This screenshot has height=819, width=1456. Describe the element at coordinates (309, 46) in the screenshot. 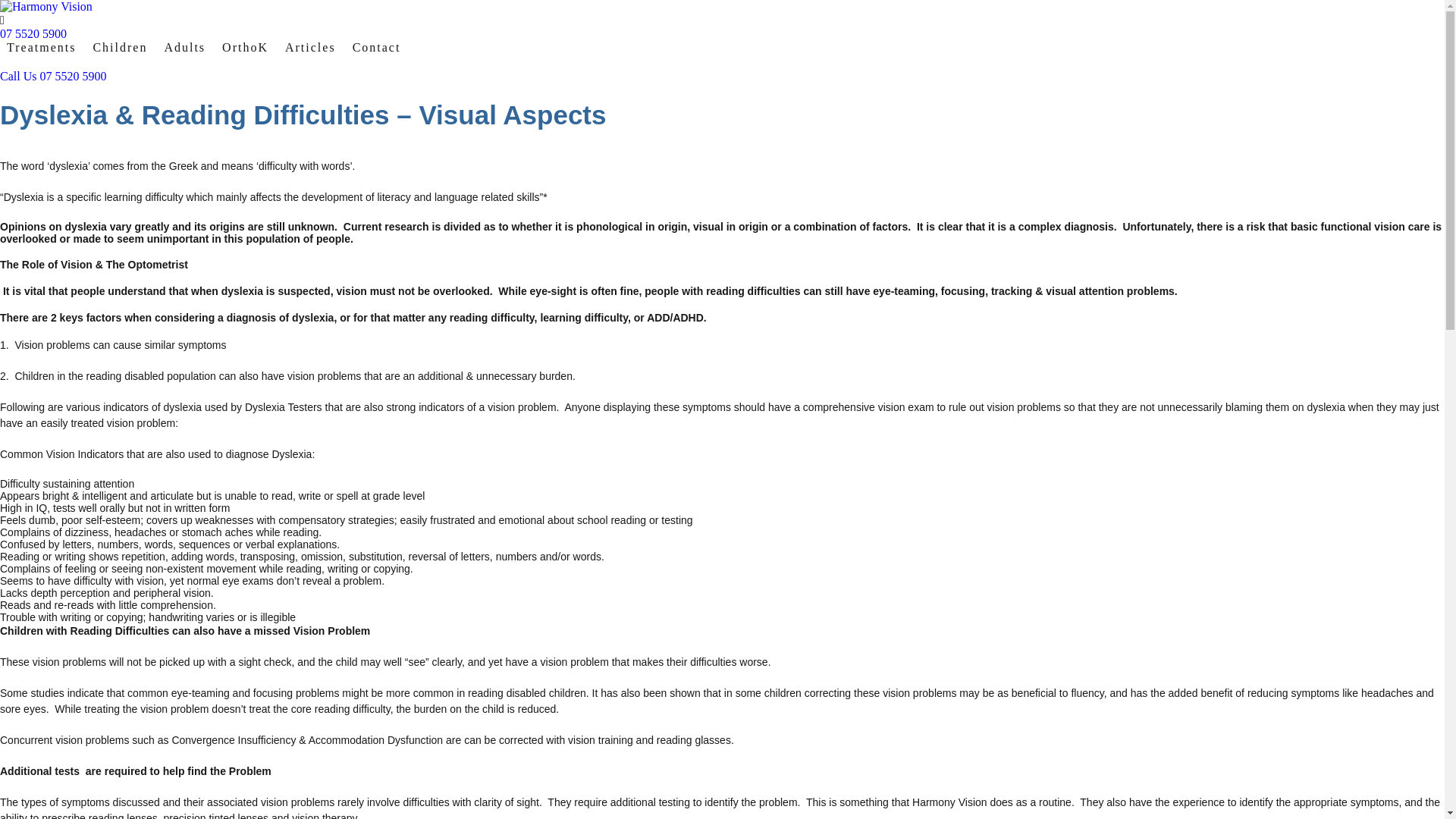

I see `'Articles'` at that location.